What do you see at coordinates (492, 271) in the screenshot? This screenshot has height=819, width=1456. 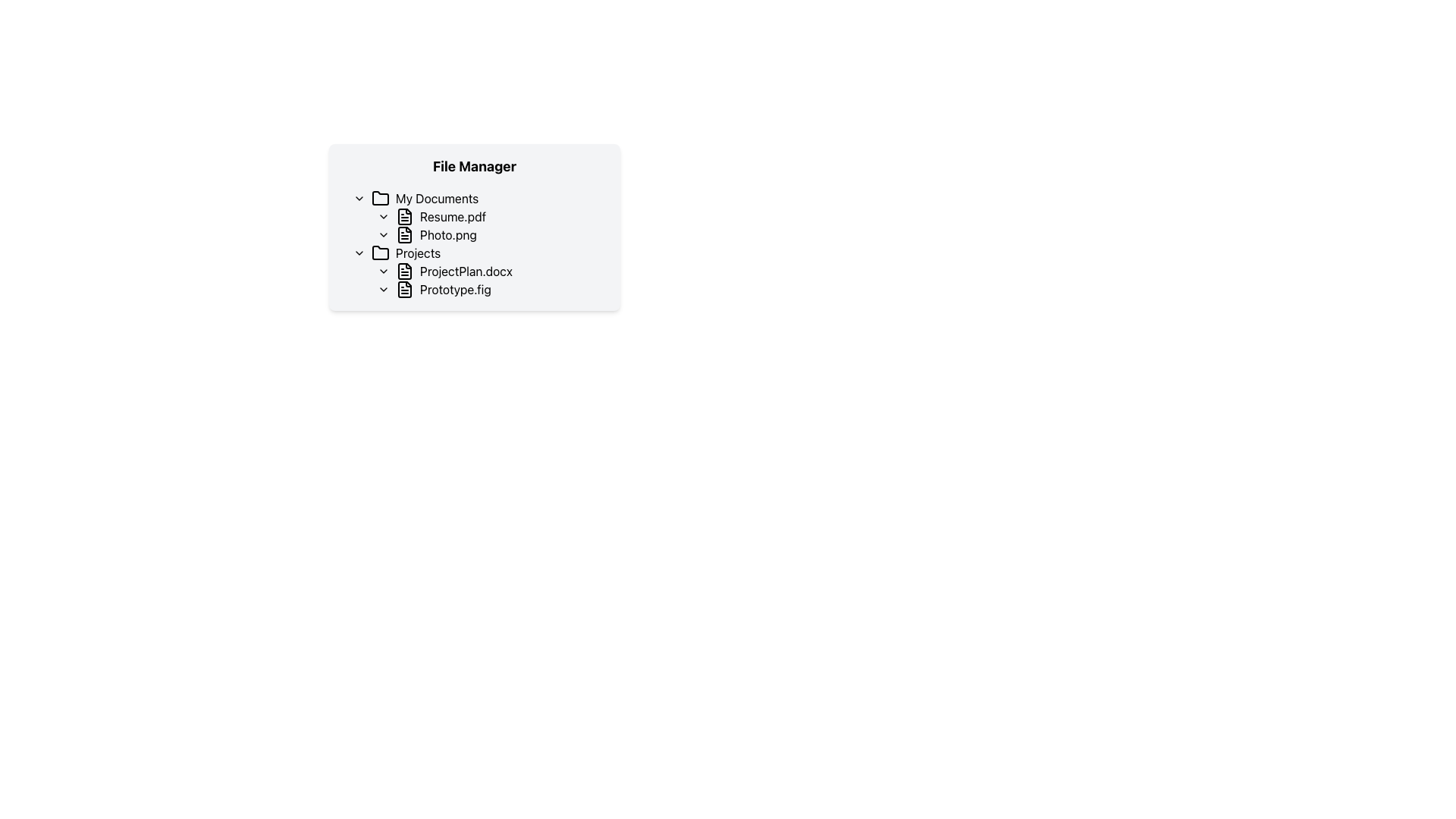 I see `the text label and file icon representing 'ProjectPlan.docx'` at bounding box center [492, 271].